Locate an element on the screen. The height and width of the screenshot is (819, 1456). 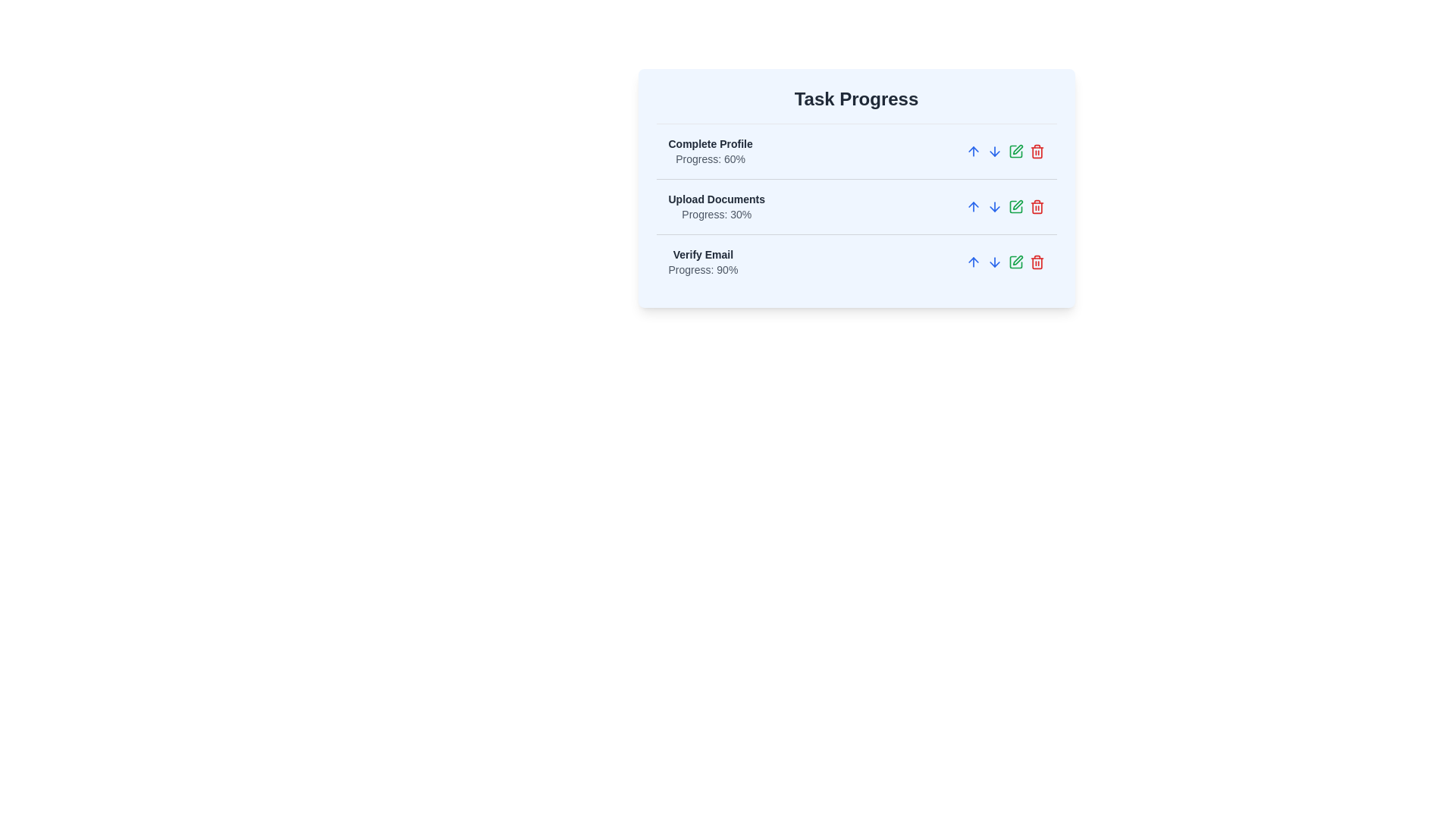
the second blue action icon in the row for 'Upload Documents' is located at coordinates (994, 207).